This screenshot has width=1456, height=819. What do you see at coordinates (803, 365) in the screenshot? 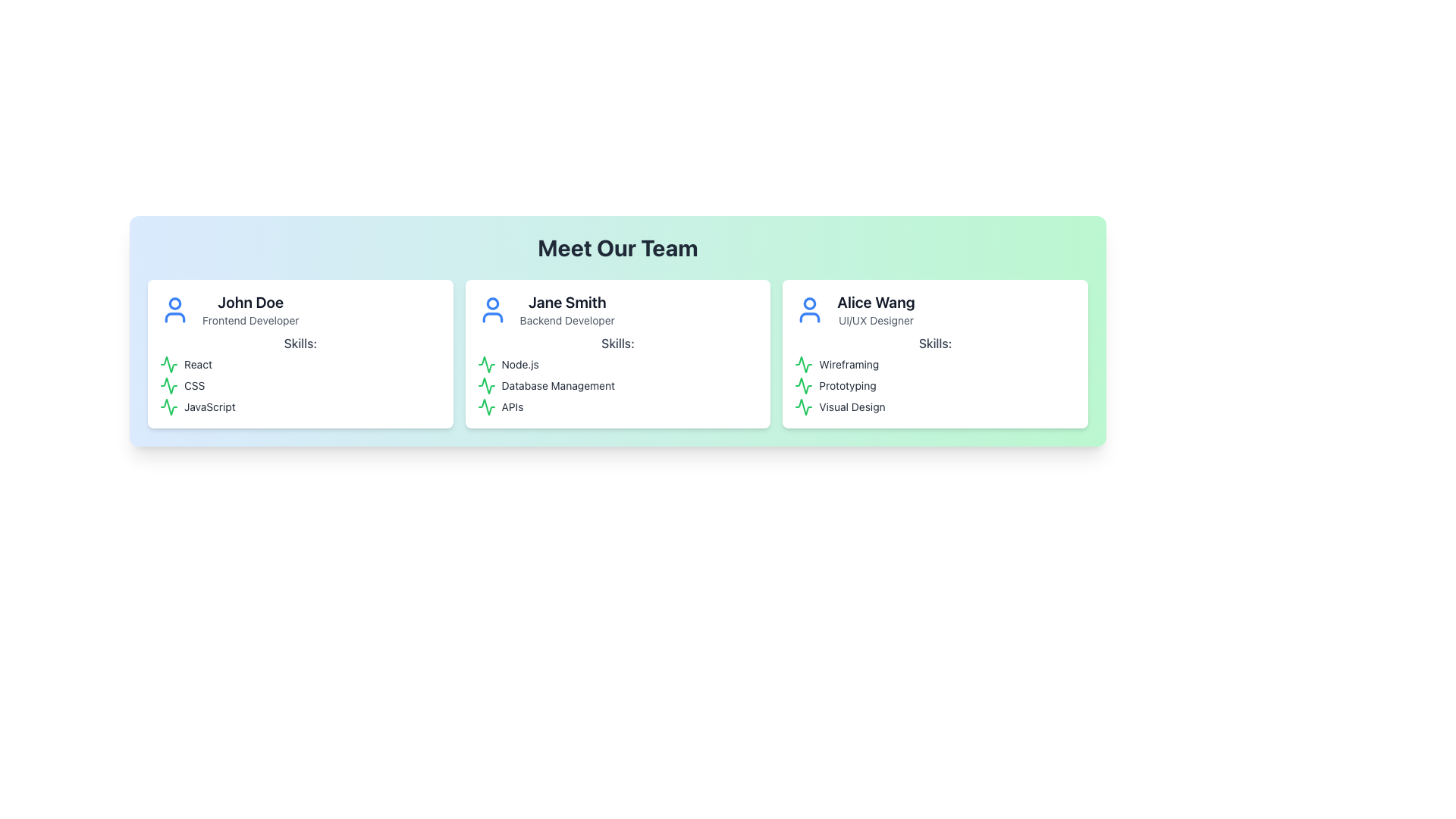
I see `the green pulse icon located to the left of the skill description 'Wireframing' in the card for 'Alice Wang' in the 'Meet Our Team' section` at bounding box center [803, 365].